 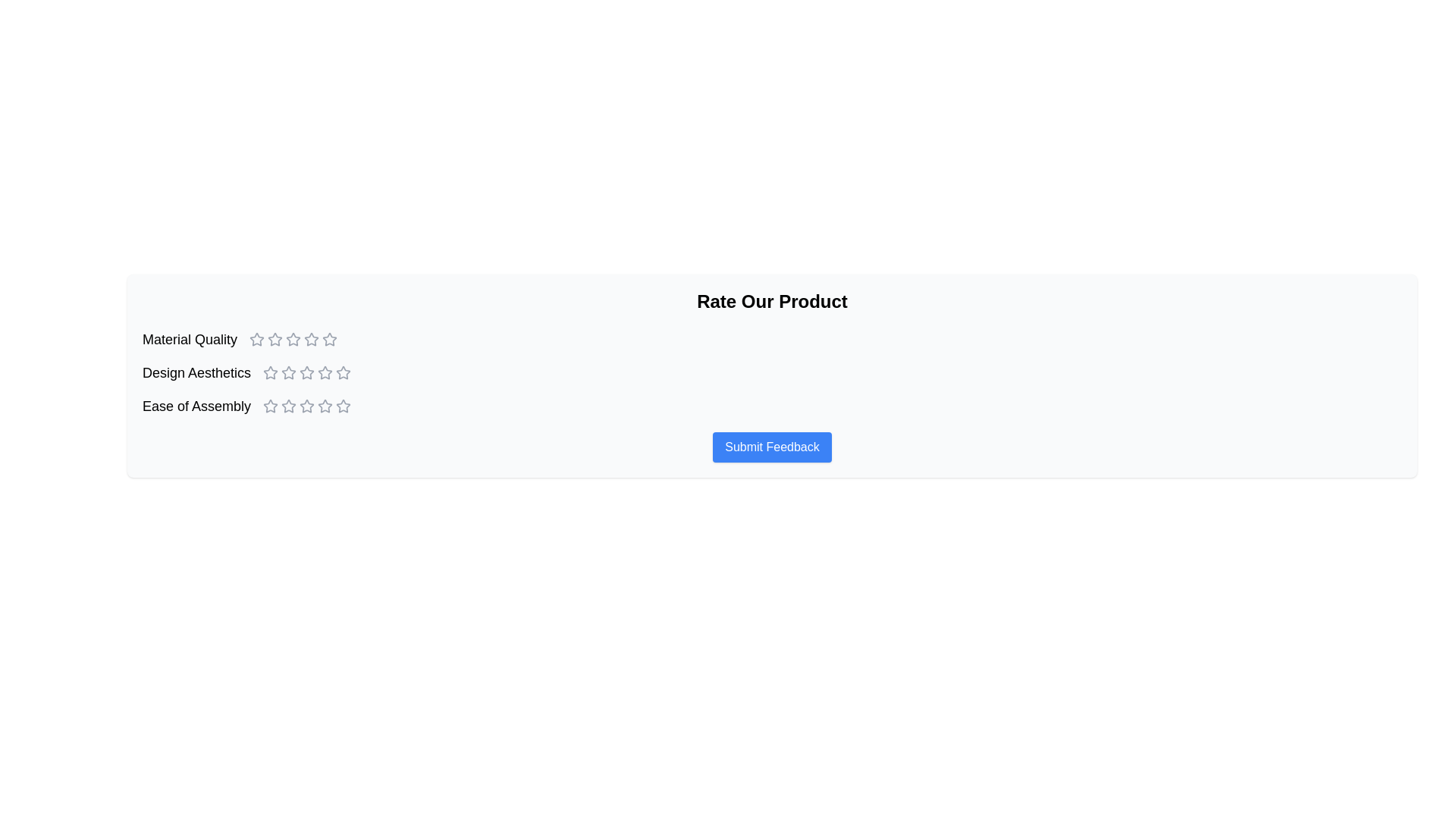 What do you see at coordinates (289, 406) in the screenshot?
I see `the third star in the third row of the star rating group` at bounding box center [289, 406].